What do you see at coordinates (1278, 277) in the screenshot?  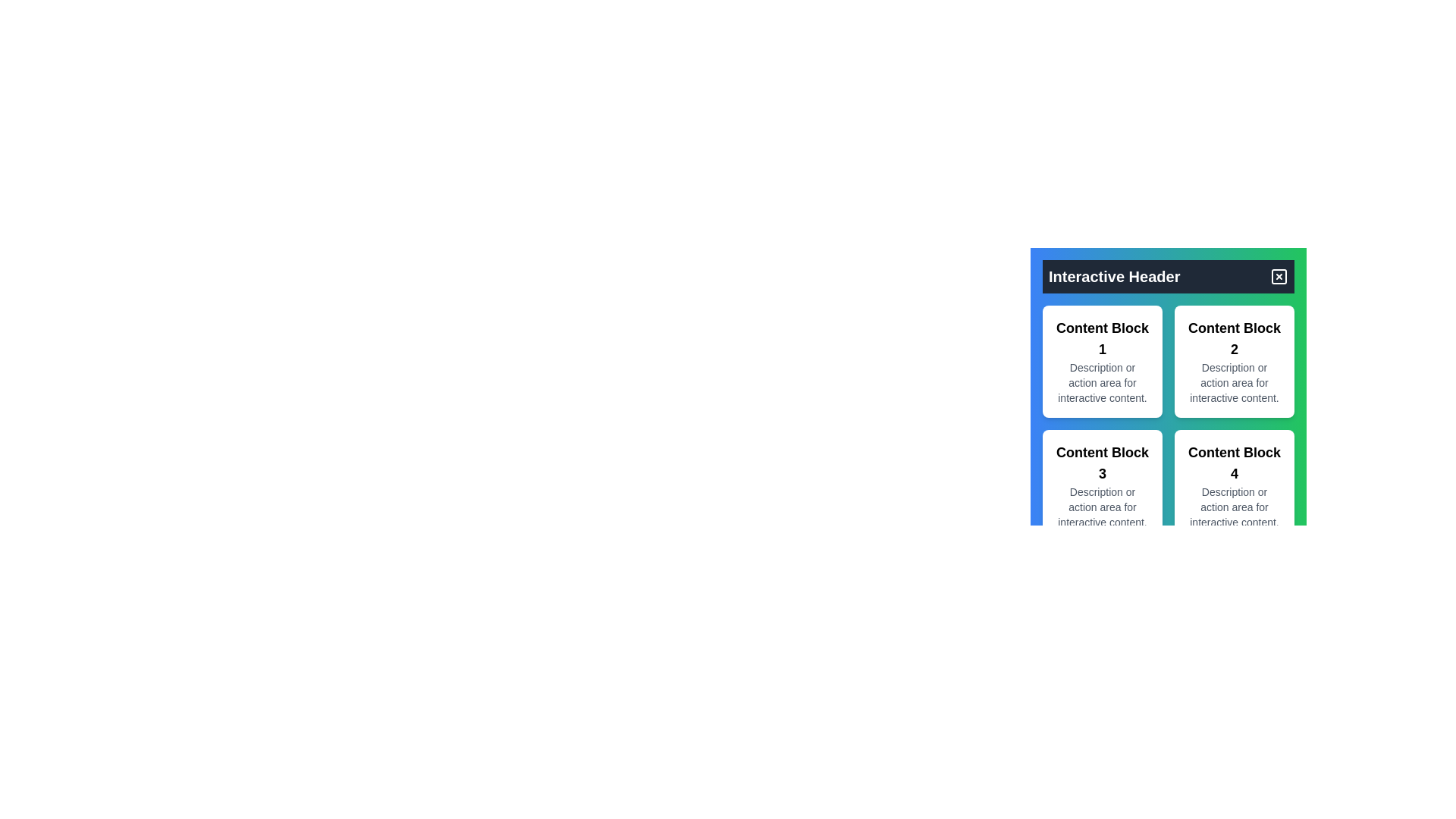 I see `the 'X' shaped close button icon located at the top-right corner of the 'Interactive Header'` at bounding box center [1278, 277].